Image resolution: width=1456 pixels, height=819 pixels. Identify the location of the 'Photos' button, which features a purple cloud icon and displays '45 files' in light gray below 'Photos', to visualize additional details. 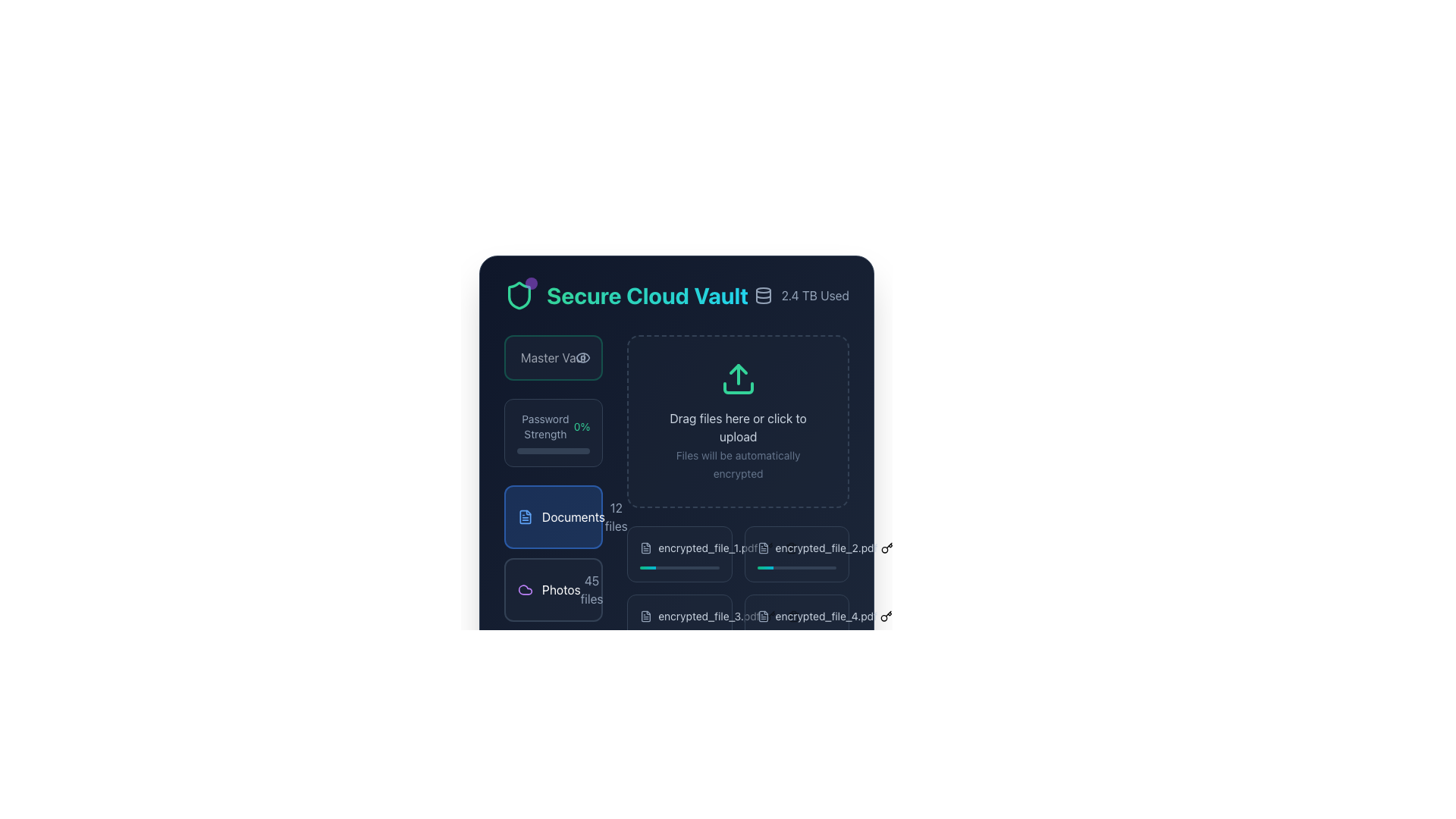
(553, 589).